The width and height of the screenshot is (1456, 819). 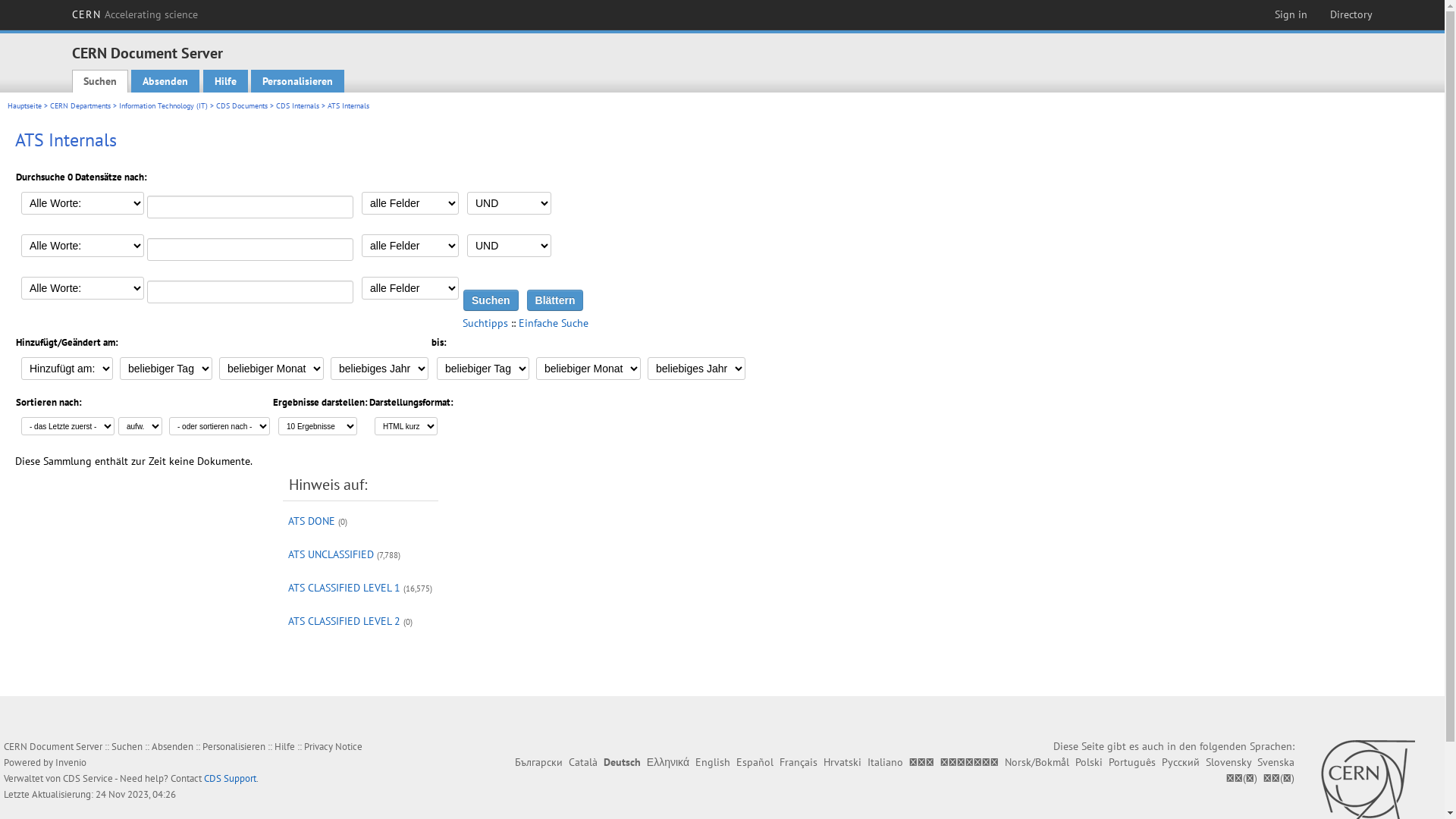 I want to click on 'Italiano', so click(x=867, y=762).